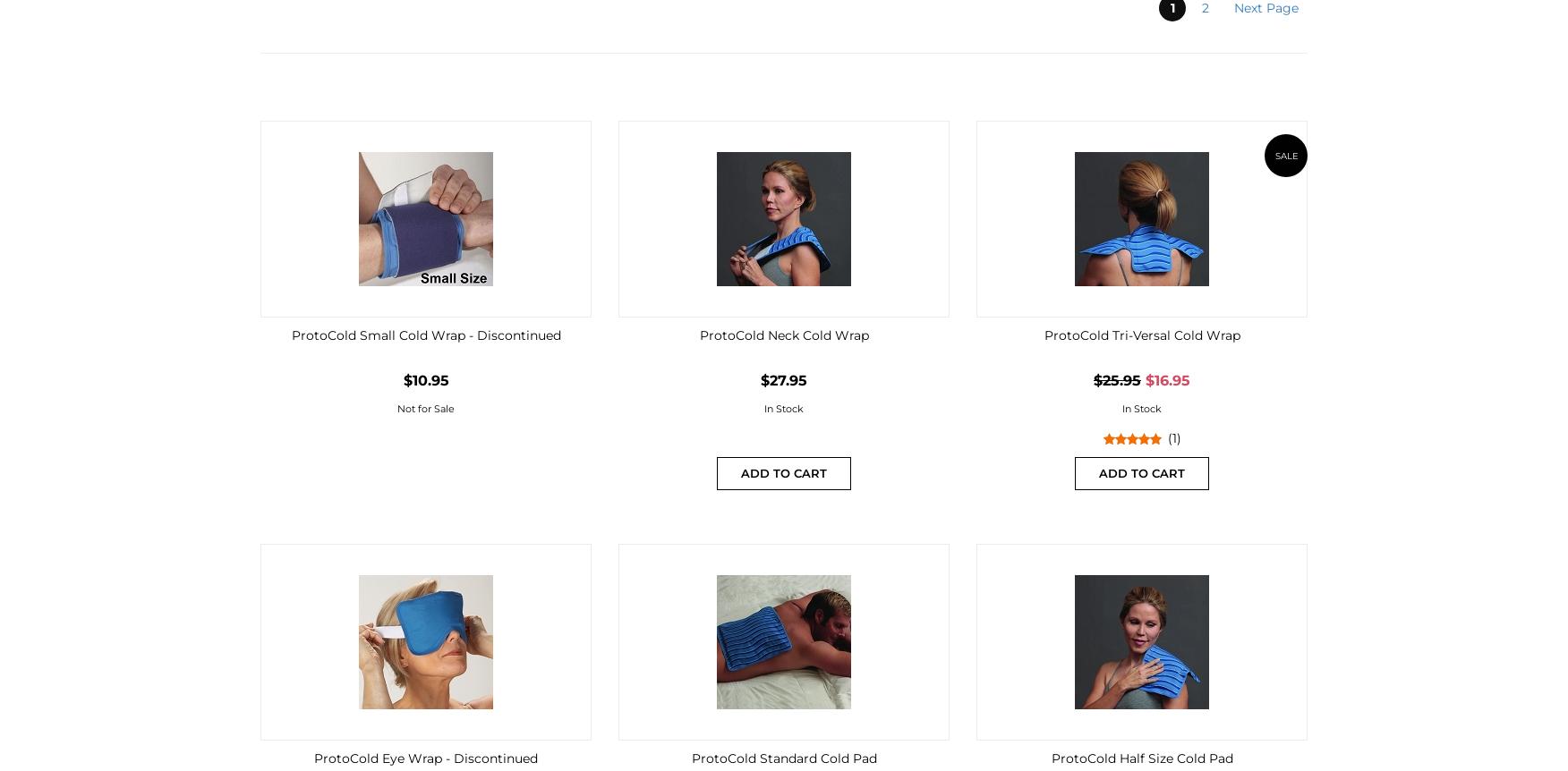 Image resolution: width=1568 pixels, height=771 pixels. I want to click on 'ProtoCold Eye Wrap - Discontinued', so click(426, 757).